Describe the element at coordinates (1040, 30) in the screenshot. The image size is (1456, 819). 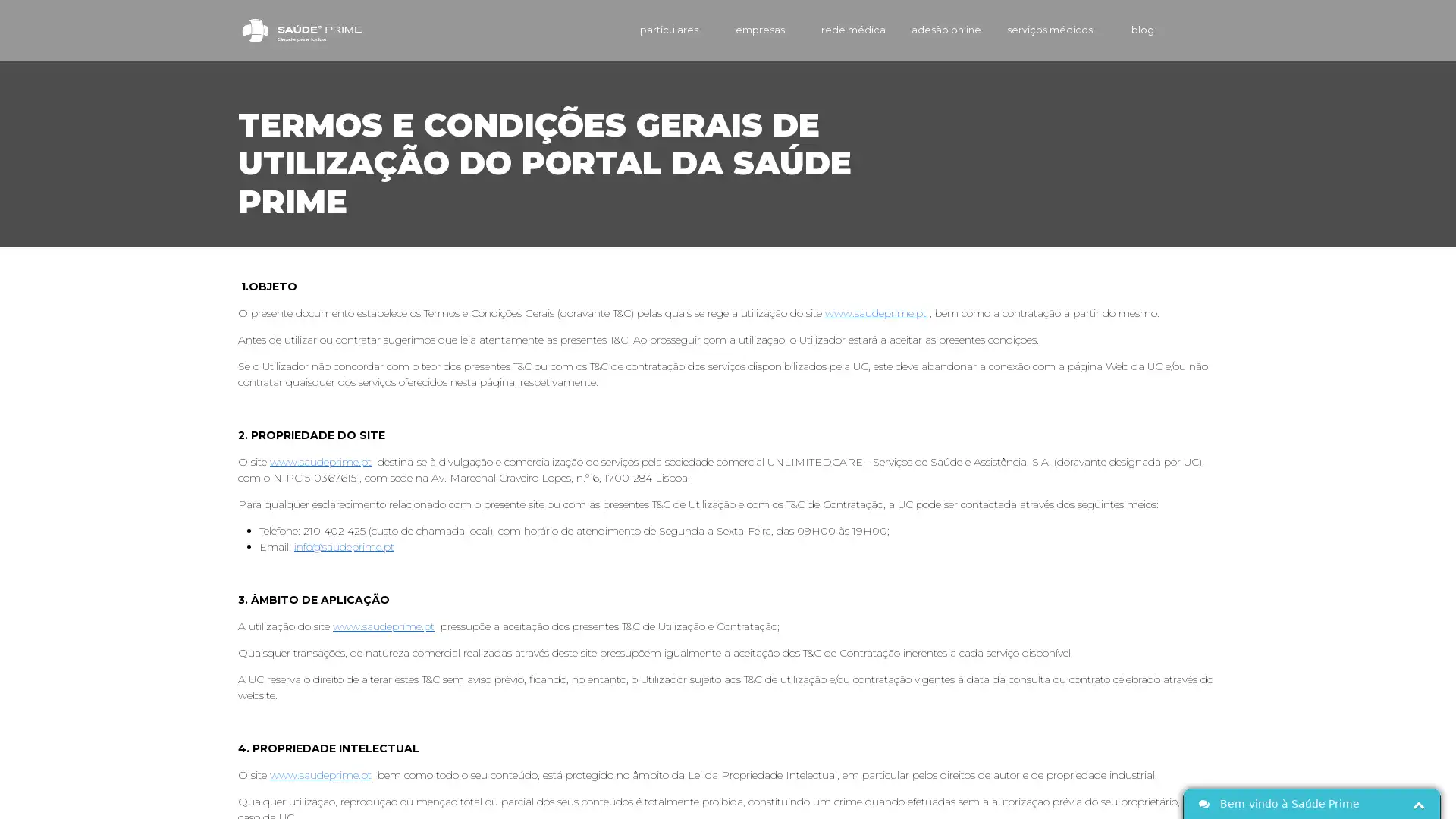
I see `servicos medicos` at that location.